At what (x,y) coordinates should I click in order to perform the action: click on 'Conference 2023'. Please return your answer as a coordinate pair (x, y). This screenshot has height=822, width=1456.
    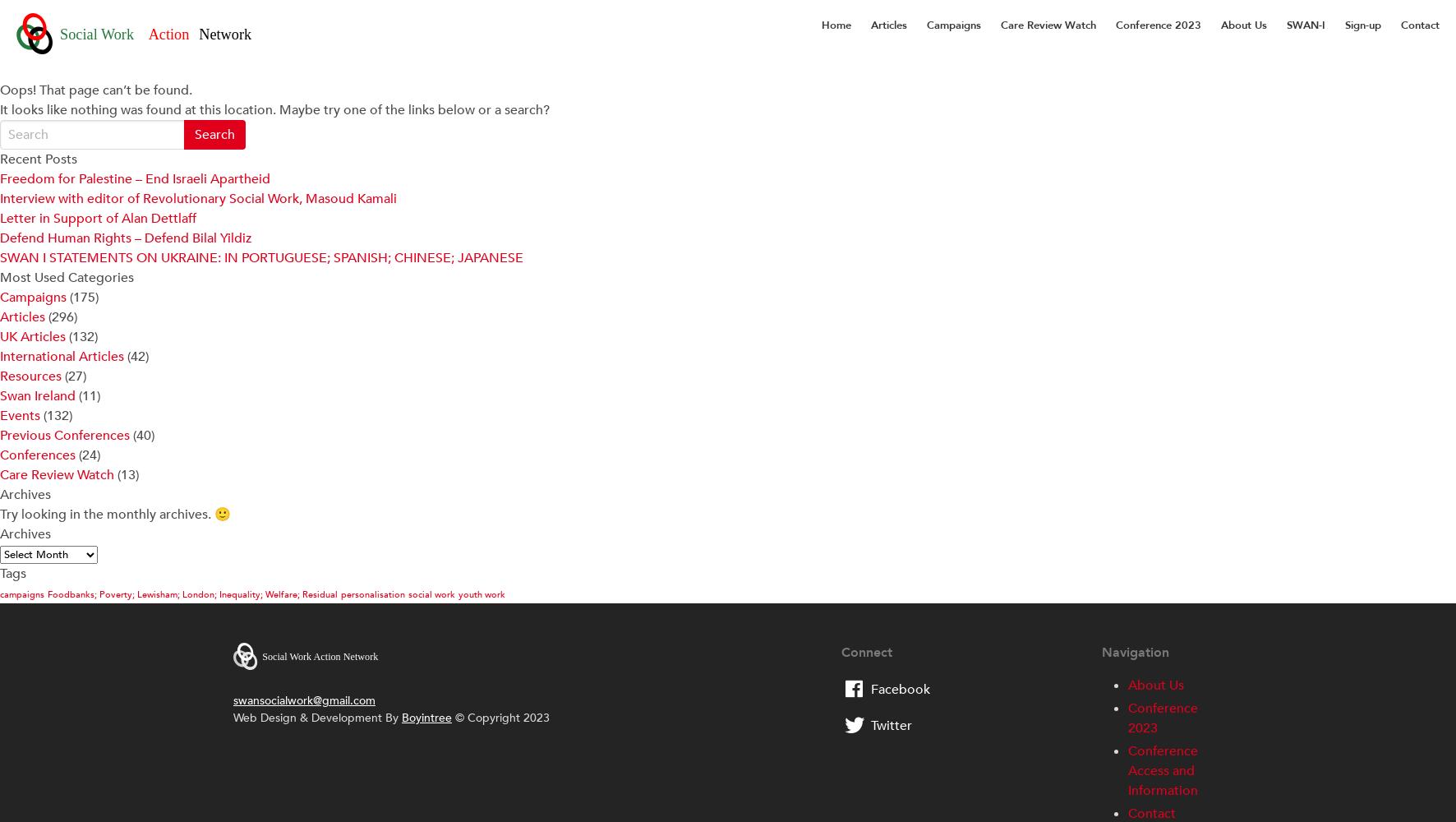
    Looking at the image, I should click on (1161, 718).